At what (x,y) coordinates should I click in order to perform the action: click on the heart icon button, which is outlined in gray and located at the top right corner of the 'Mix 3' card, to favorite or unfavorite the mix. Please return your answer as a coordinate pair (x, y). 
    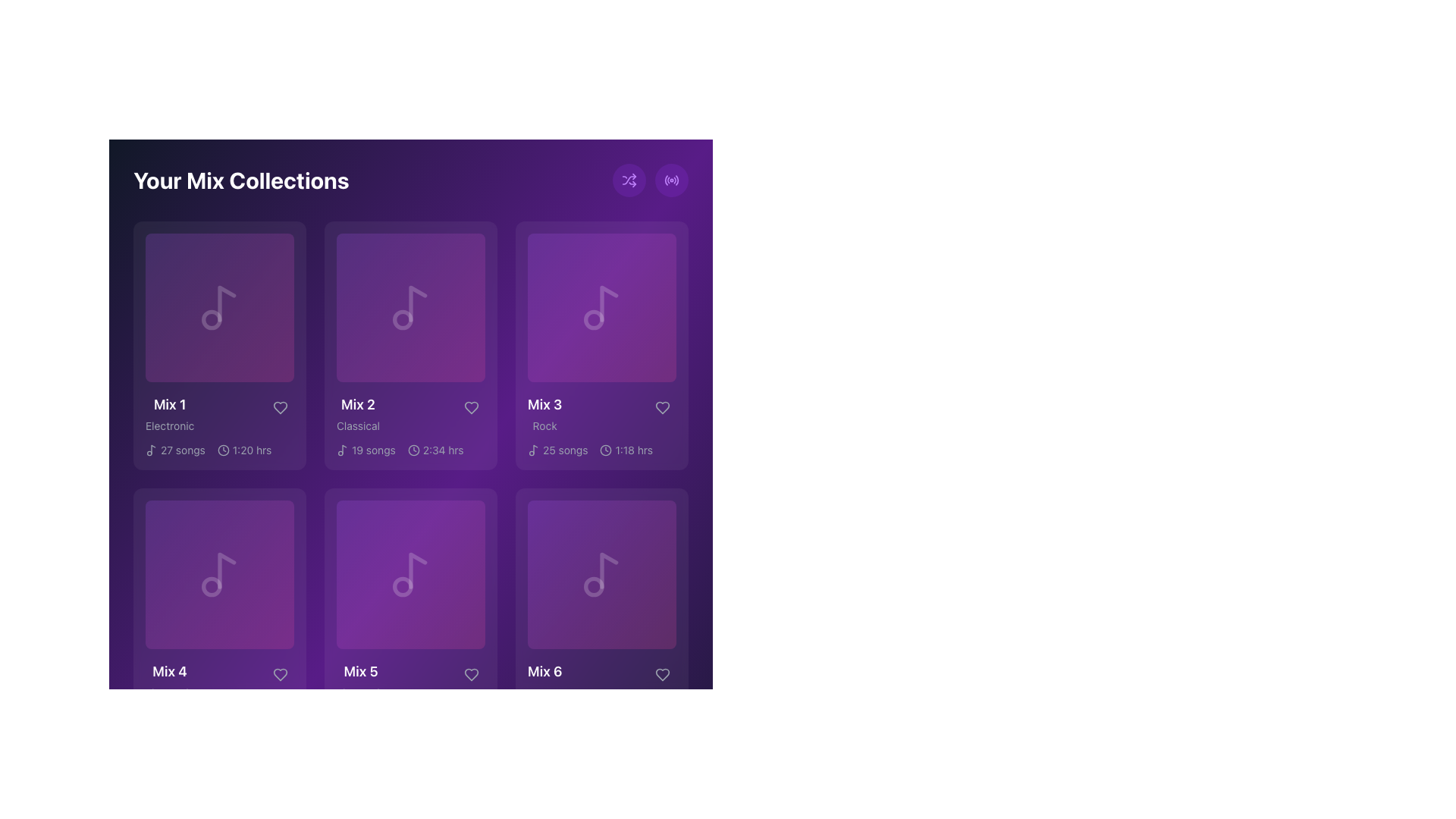
    Looking at the image, I should click on (662, 406).